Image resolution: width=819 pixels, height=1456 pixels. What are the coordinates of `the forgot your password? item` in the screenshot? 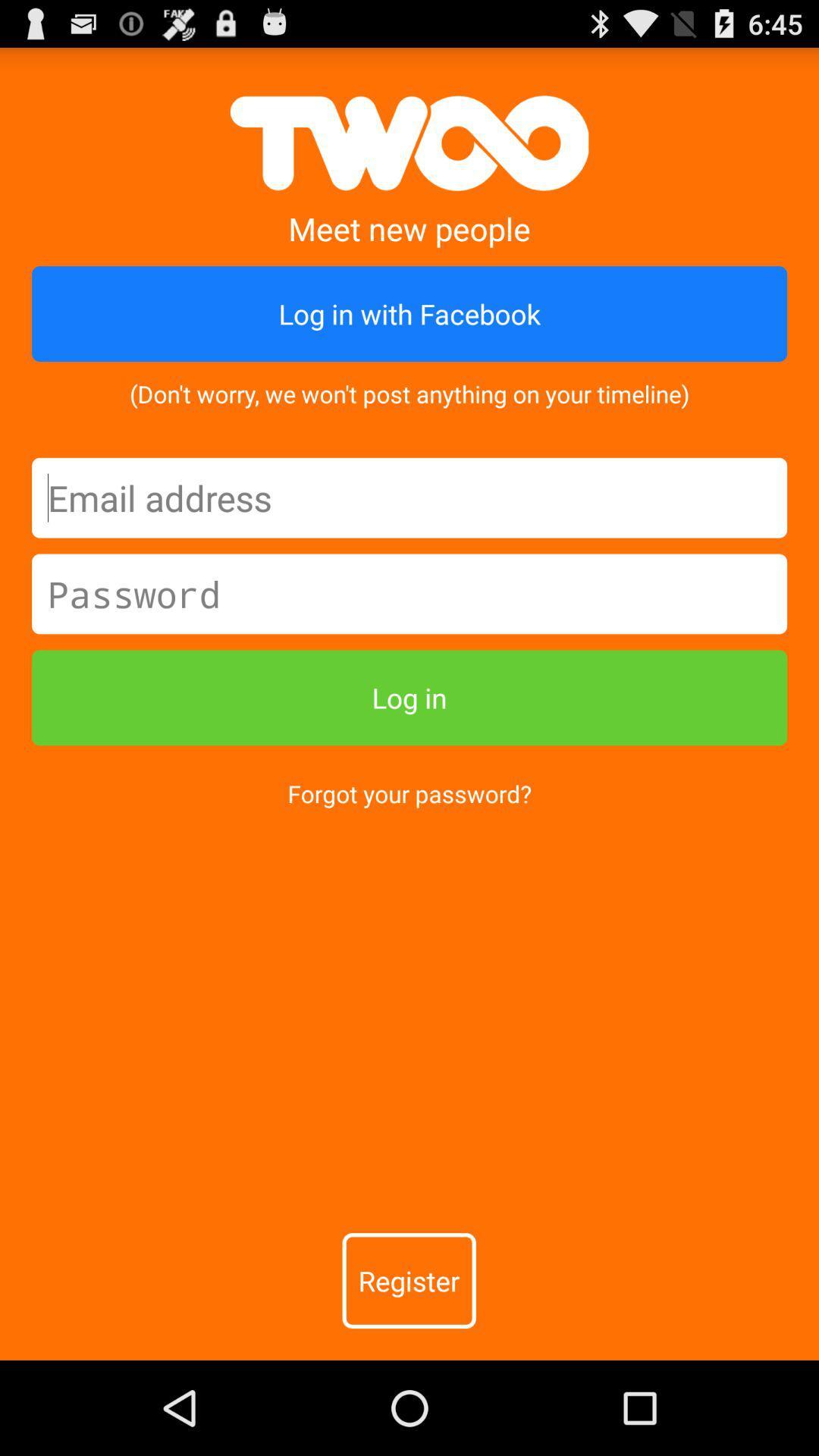 It's located at (409, 792).